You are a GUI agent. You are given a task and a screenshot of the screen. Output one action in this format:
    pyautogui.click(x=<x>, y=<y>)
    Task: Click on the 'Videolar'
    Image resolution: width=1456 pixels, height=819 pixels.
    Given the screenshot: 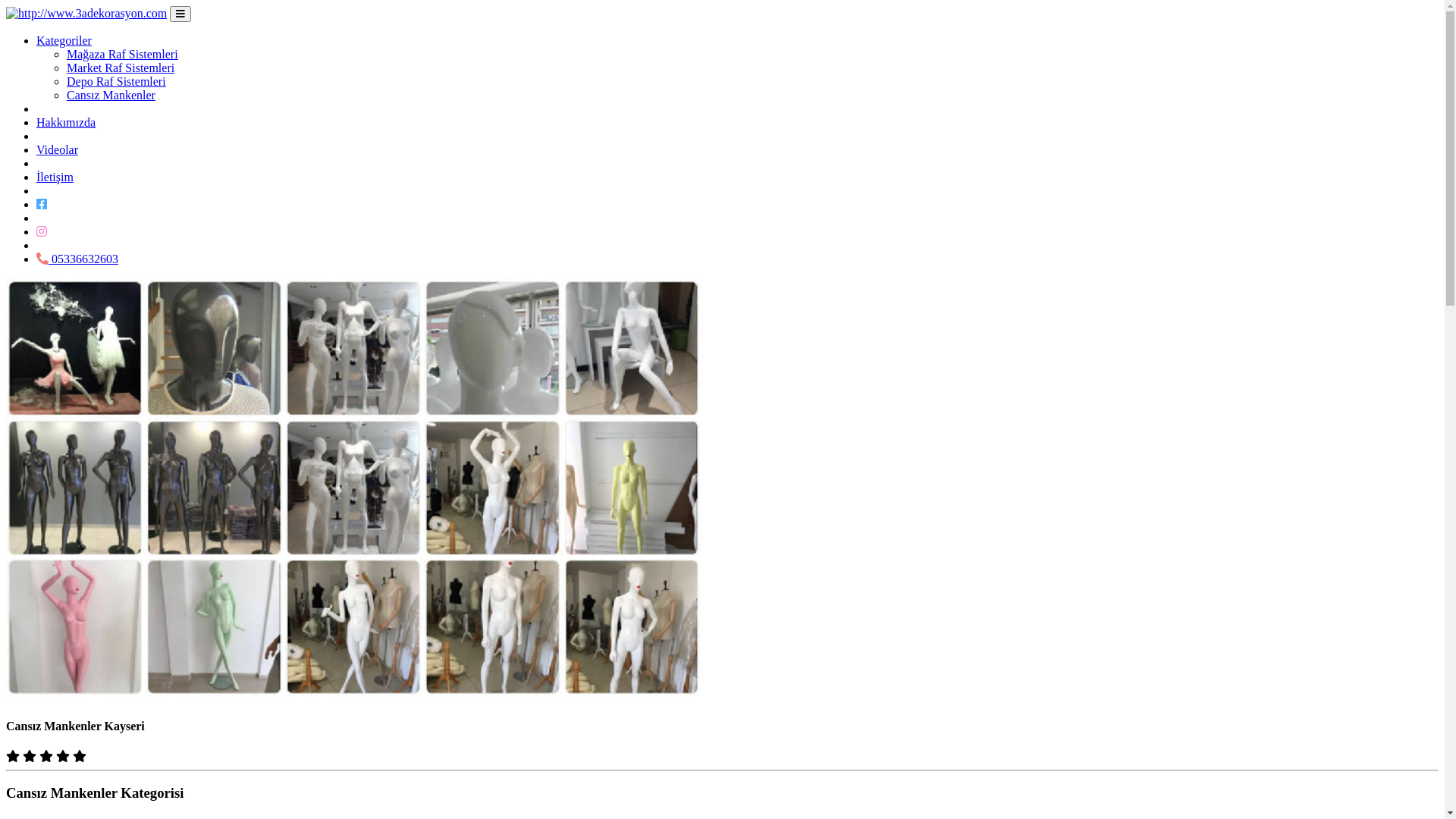 What is the action you would take?
    pyautogui.click(x=57, y=149)
    